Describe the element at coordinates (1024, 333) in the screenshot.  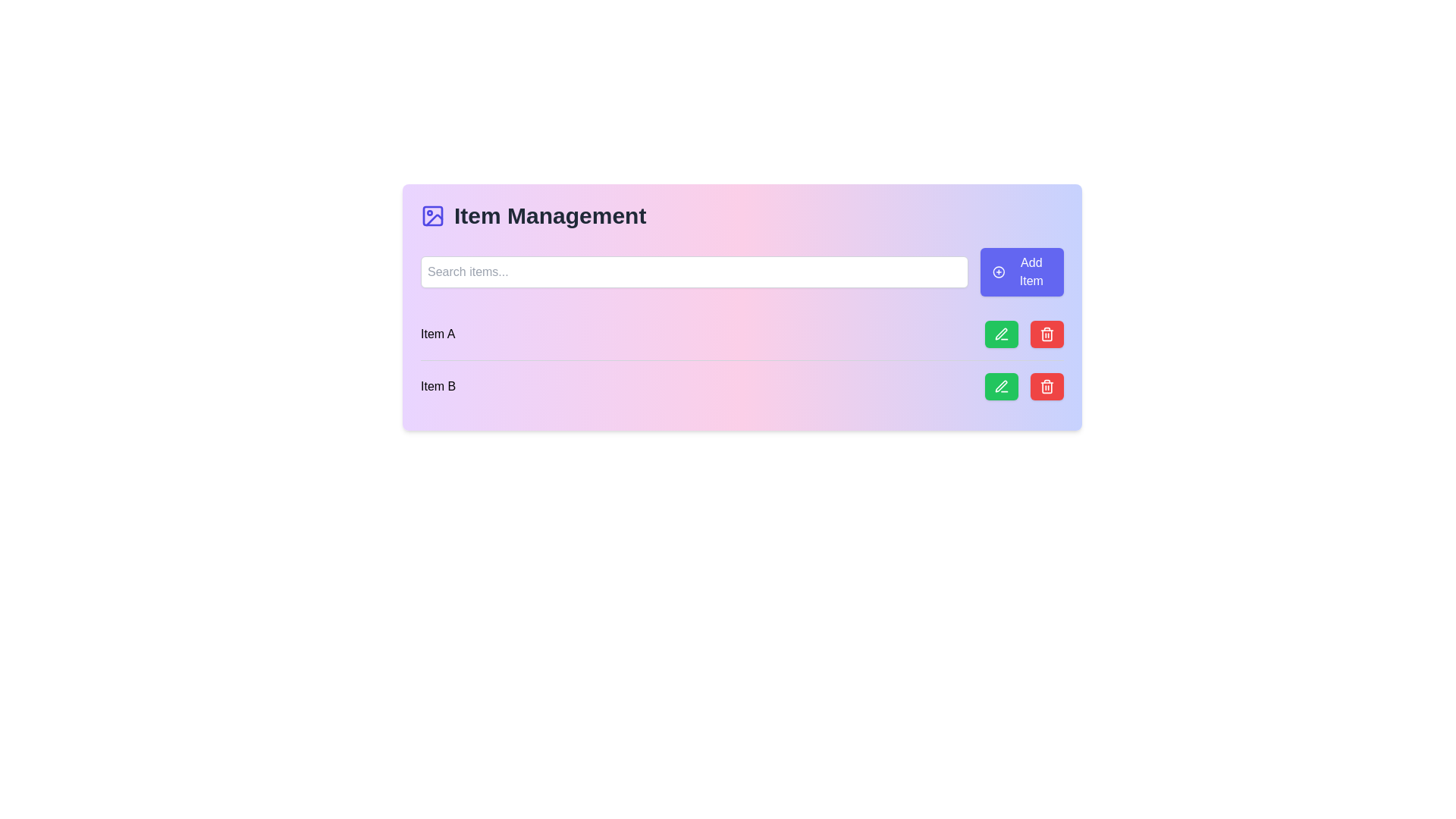
I see `the delete button located at the right end of the row containing 'Item A'` at that location.